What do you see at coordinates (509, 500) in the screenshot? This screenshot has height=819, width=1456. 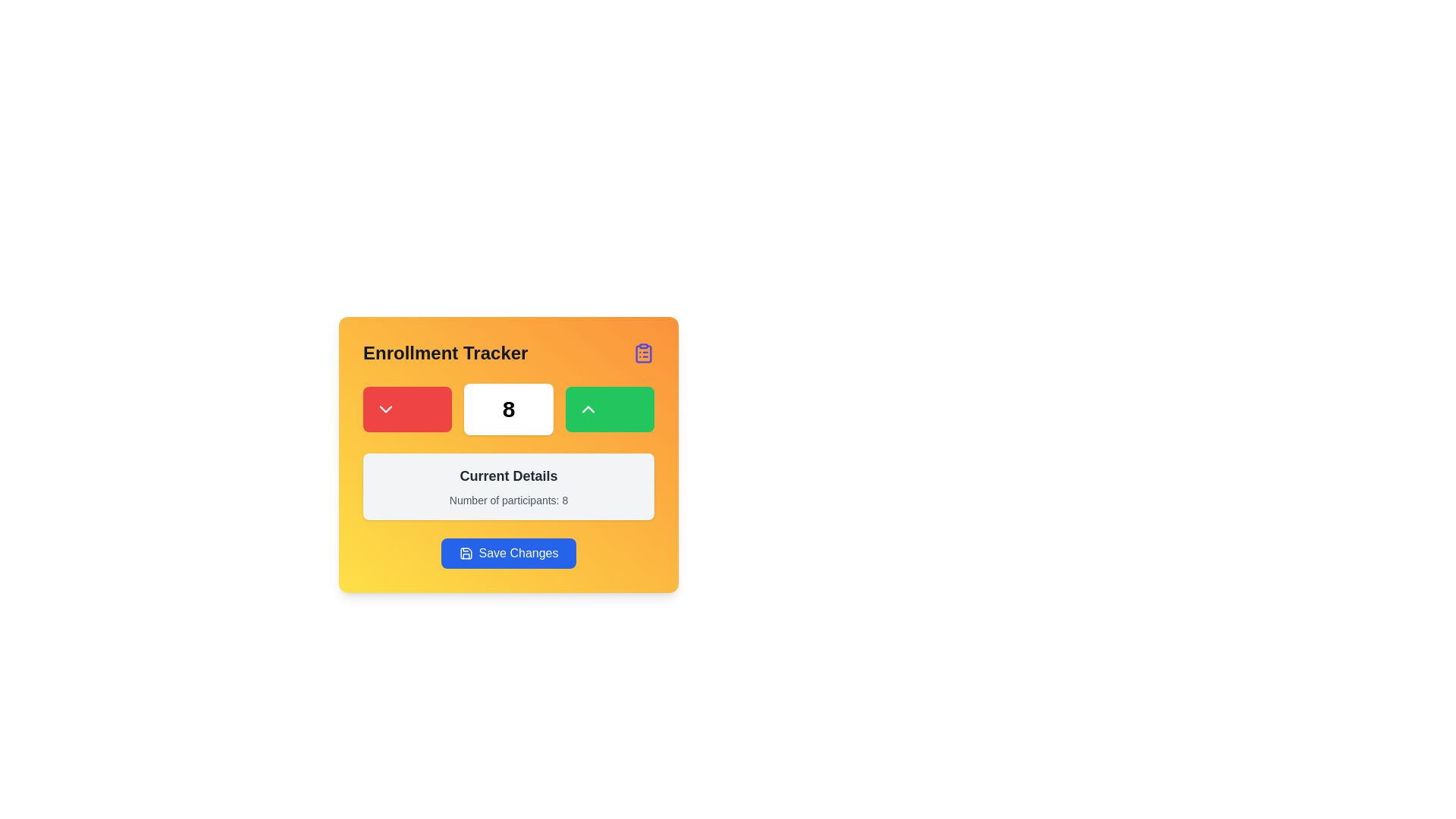 I see `informational text displaying the number of participants, located below the 'Current Details' text in a panel with a light gray background` at bounding box center [509, 500].